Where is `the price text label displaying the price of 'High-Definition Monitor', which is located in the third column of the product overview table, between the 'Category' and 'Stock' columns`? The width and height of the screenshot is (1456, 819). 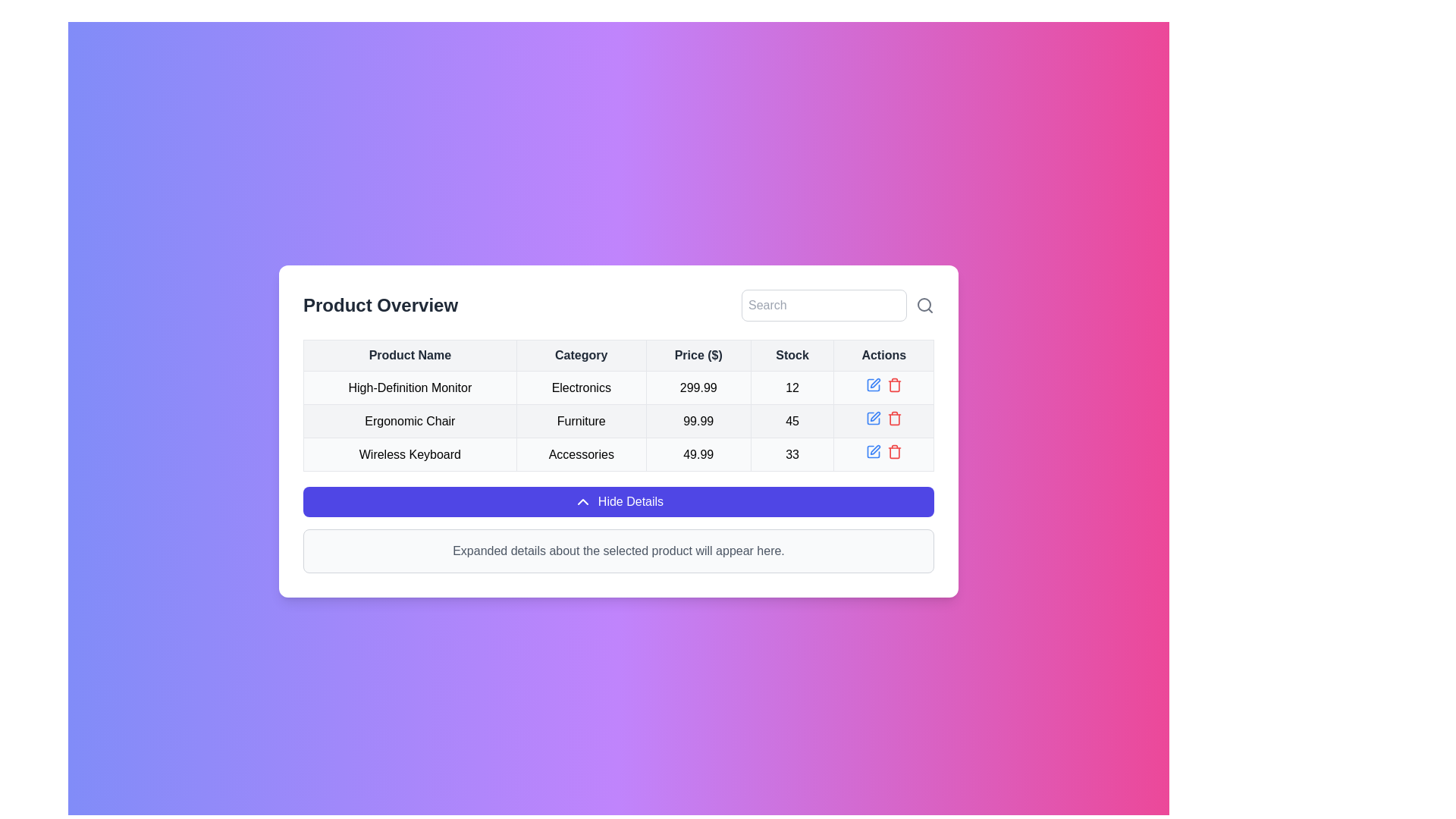
the price text label displaying the price of 'High-Definition Monitor', which is located in the third column of the product overview table, between the 'Category' and 'Stock' columns is located at coordinates (698, 387).